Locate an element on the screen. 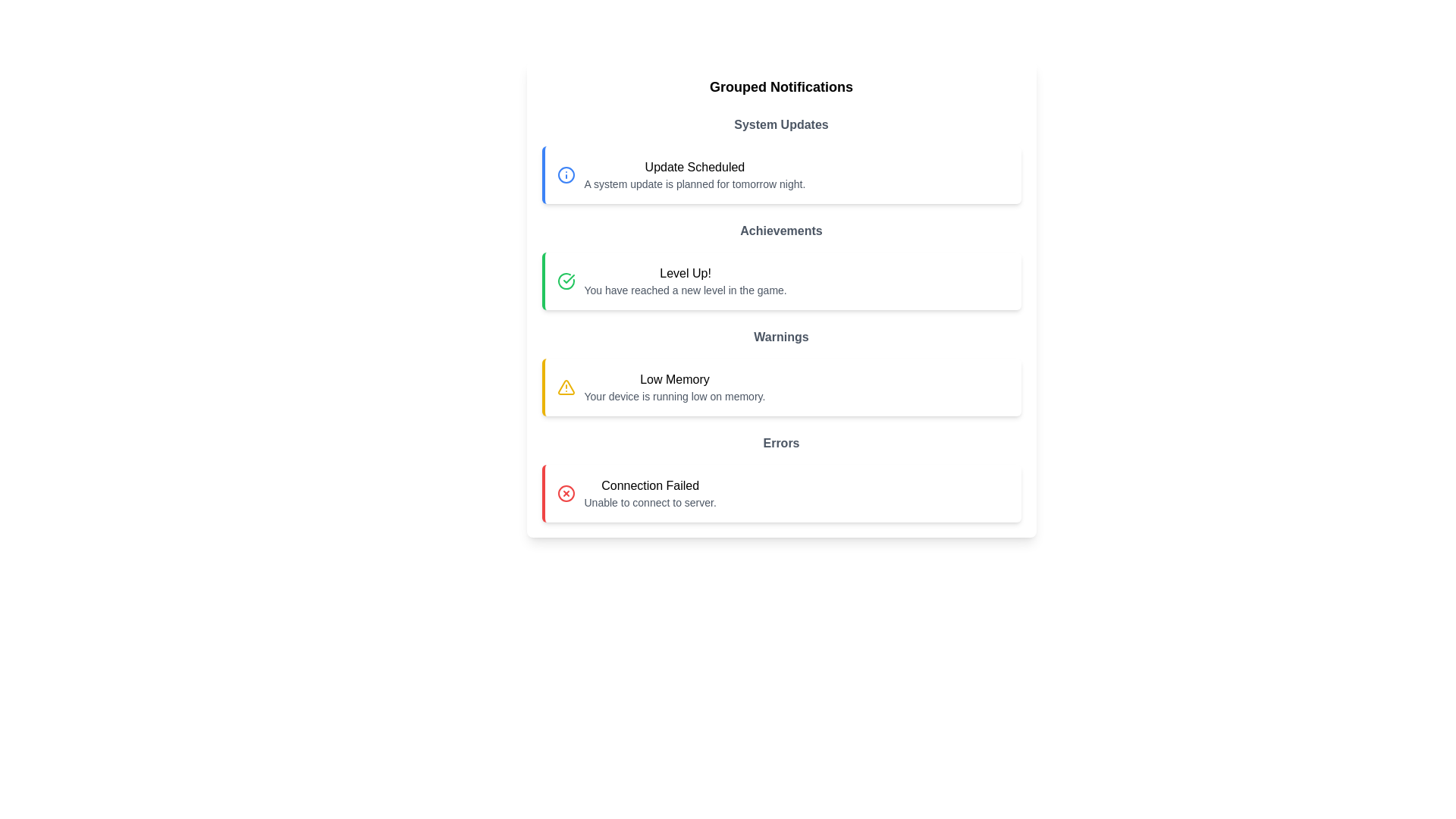 The width and height of the screenshot is (1456, 819). the 'Errors' static text label, which is displayed in bold gray font and serves as a header for related content is located at coordinates (781, 444).